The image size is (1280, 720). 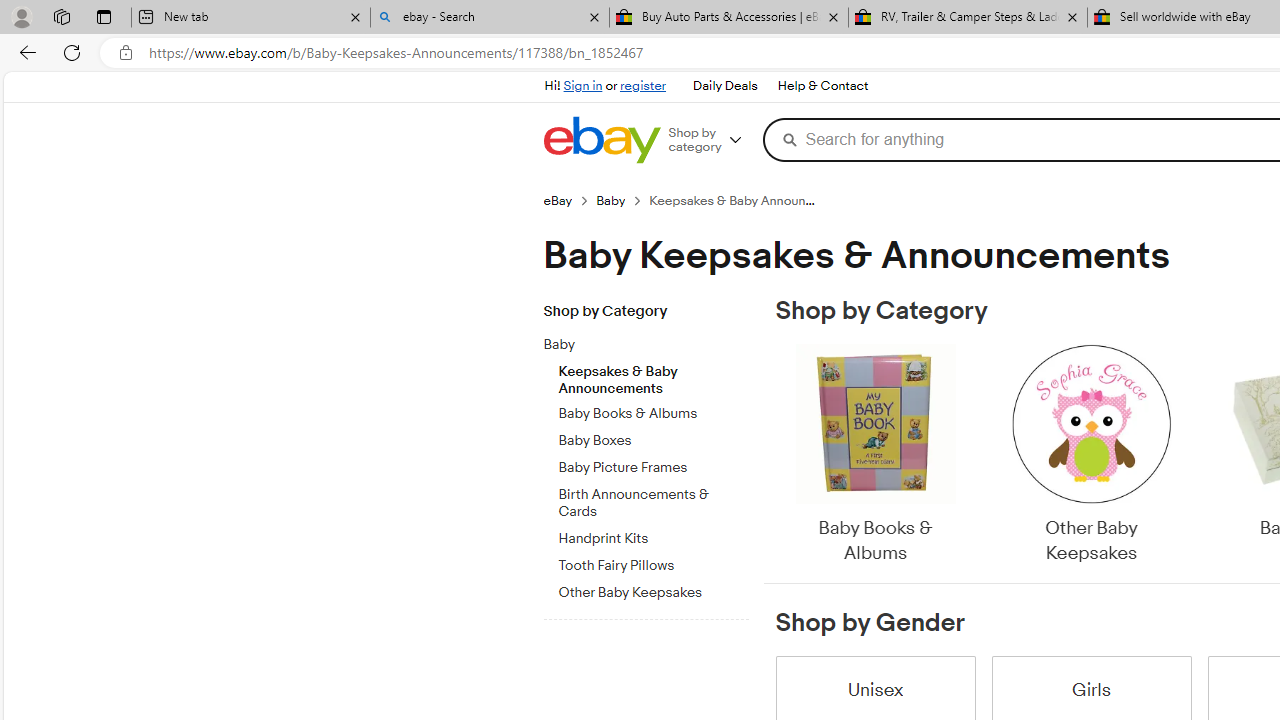 What do you see at coordinates (874, 455) in the screenshot?
I see `'Baby Books & Albums'` at bounding box center [874, 455].